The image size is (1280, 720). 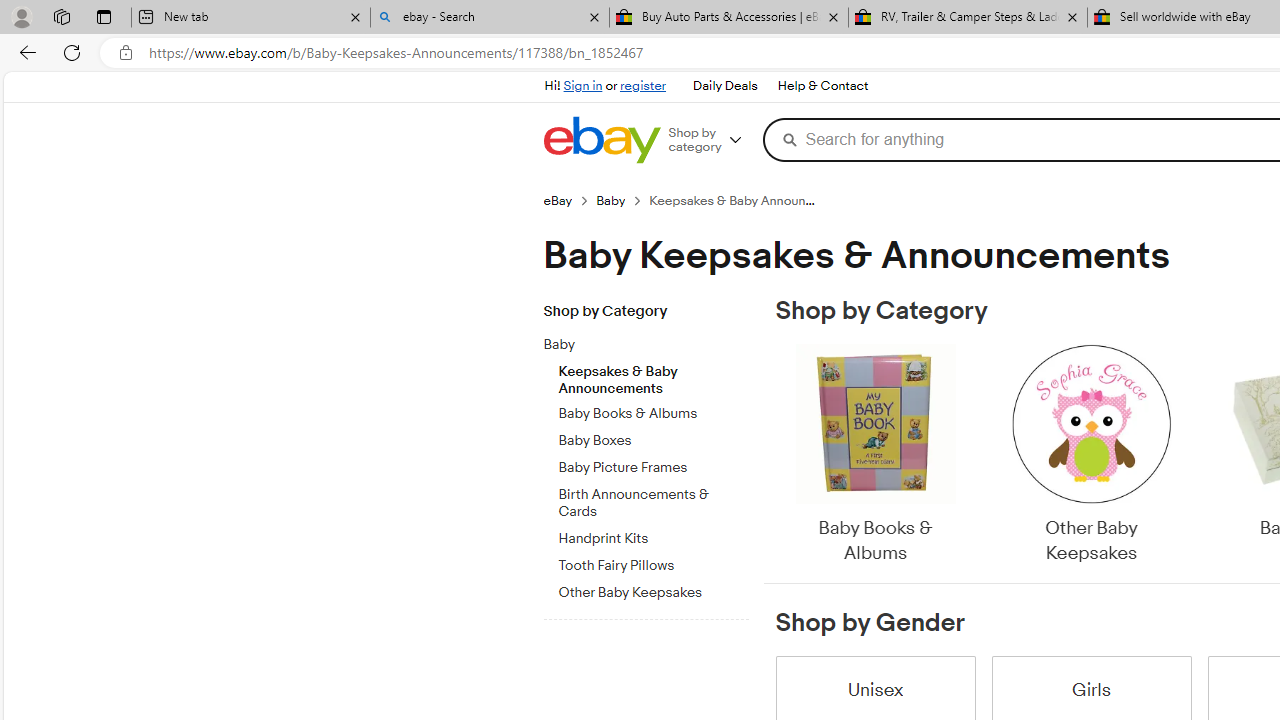 What do you see at coordinates (874, 455) in the screenshot?
I see `'Baby Books & Albums'` at bounding box center [874, 455].